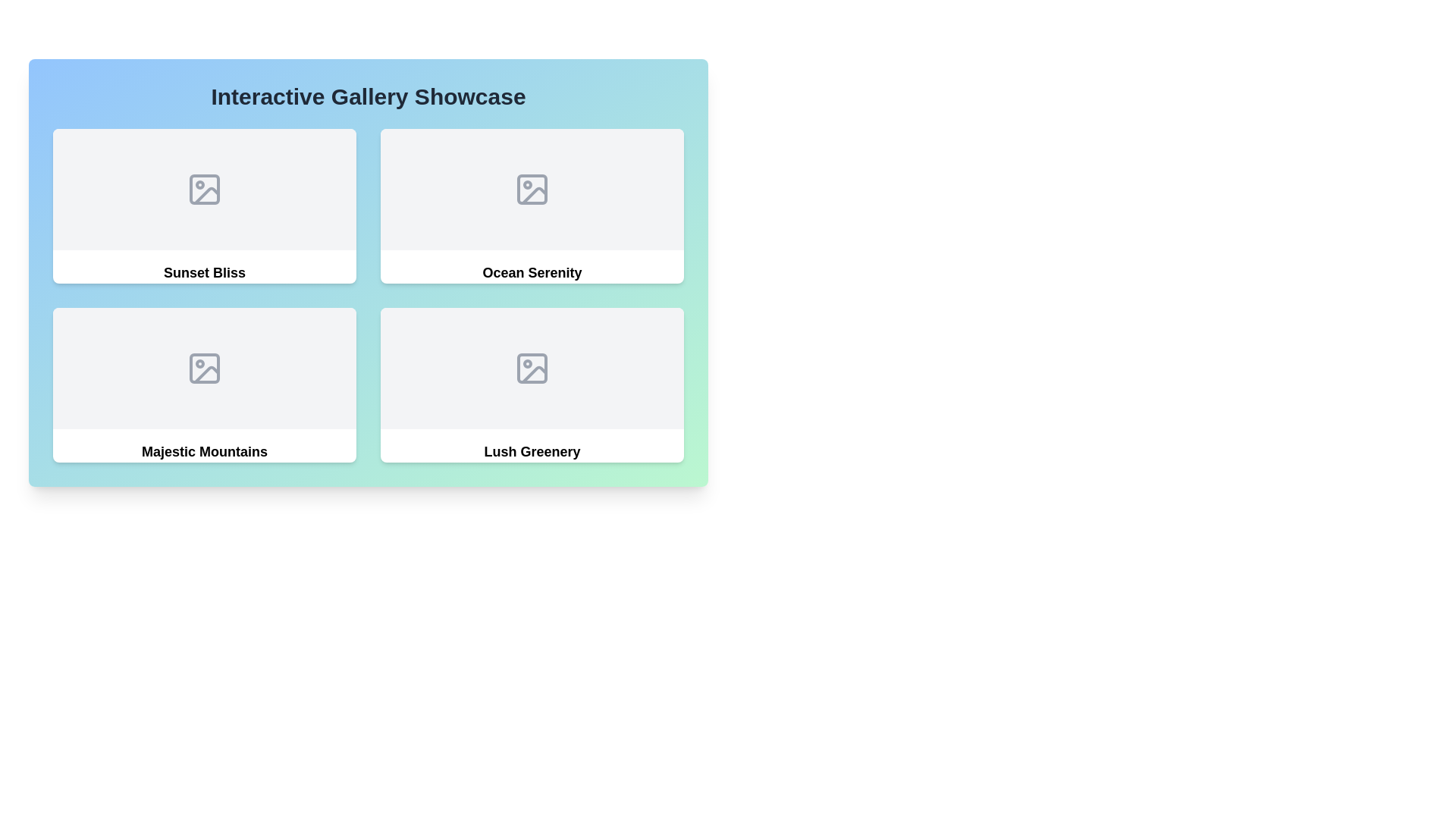  I want to click on text label 'Lush Greenery' located at the bottom-center of the fourth card in a grid layout, which is styled as a distinct label below an icon element, so click(532, 451).